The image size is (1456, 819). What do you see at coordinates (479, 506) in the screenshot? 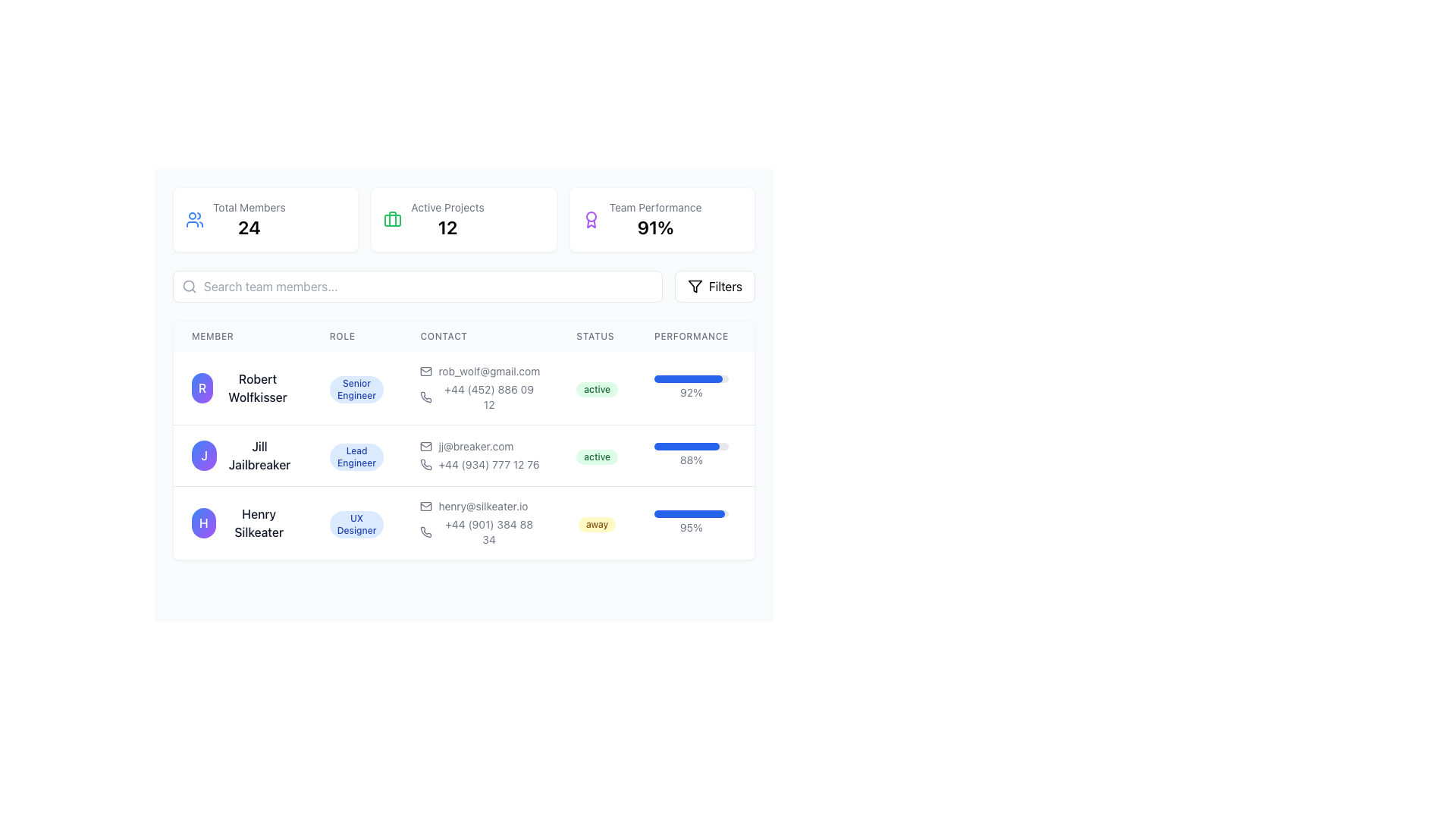
I see `the static text displaying the email address associated with 'Henry Silkeater' in the 'Contact' column of the table, which is represented in a small gray font with an envelope icon to its left` at bounding box center [479, 506].